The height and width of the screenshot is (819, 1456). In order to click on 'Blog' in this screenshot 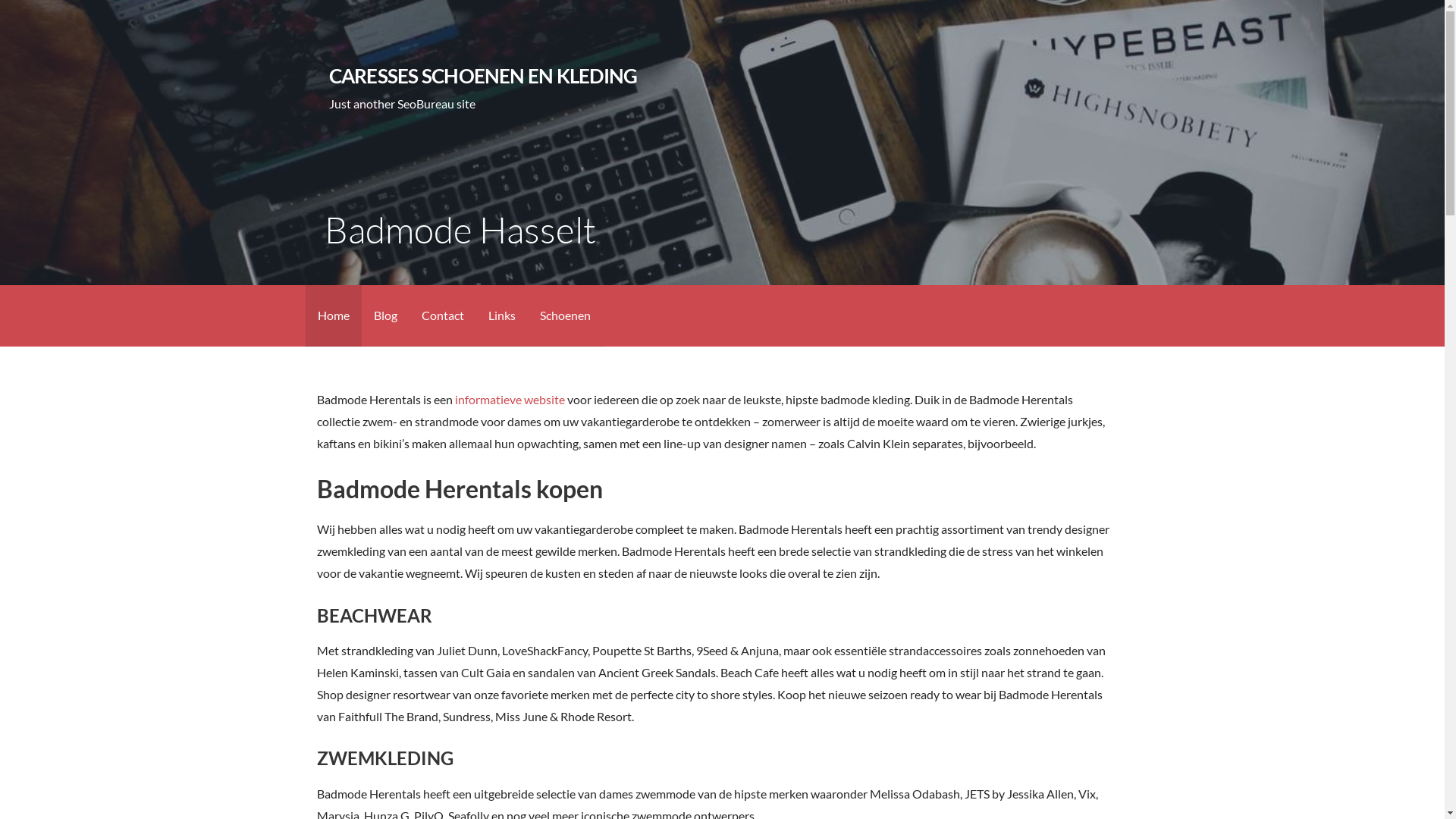, I will do `click(384, 315)`.